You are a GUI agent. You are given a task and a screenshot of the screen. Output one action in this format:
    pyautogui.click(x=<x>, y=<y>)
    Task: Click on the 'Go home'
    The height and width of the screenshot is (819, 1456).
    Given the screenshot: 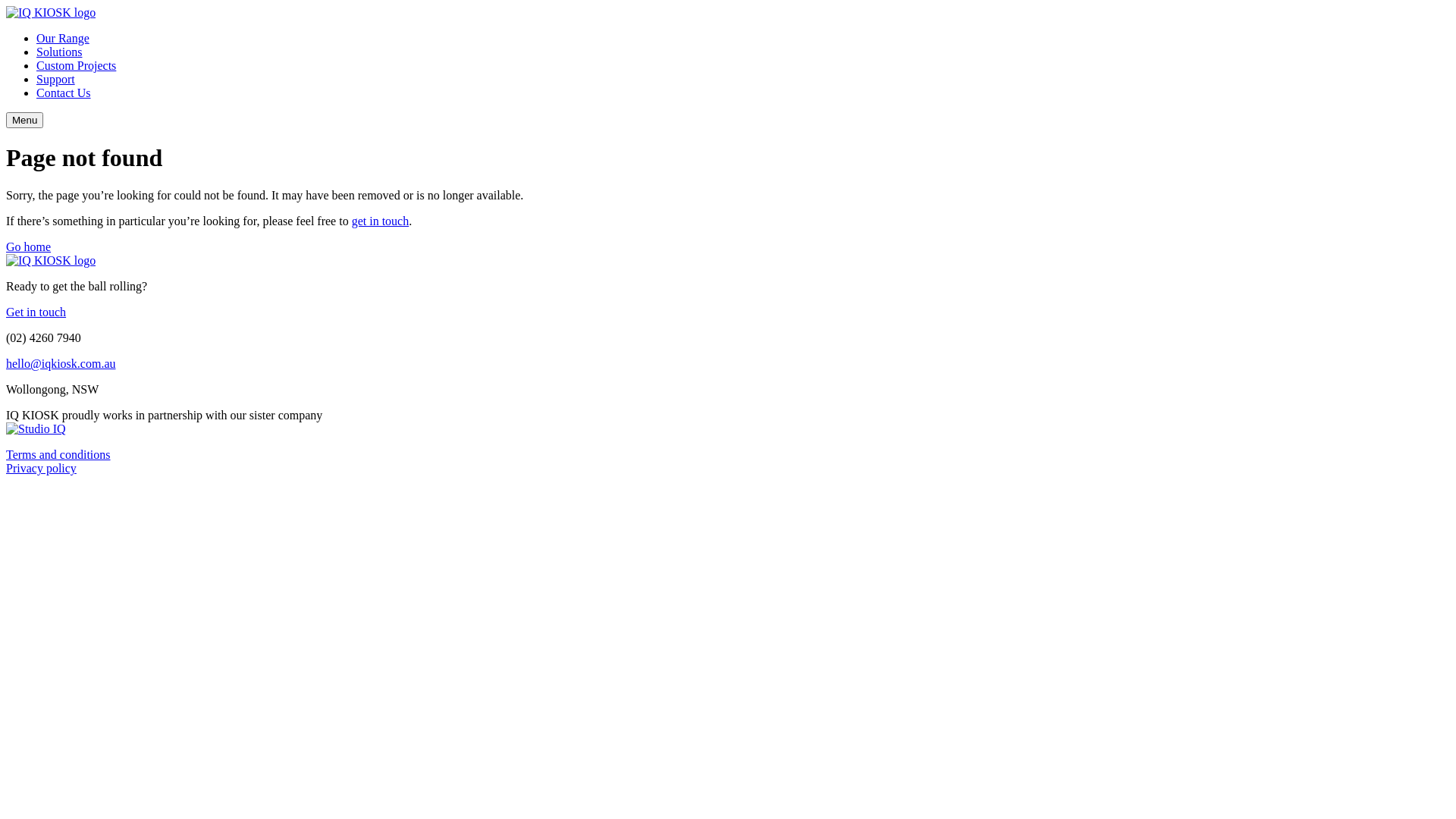 What is the action you would take?
    pyautogui.click(x=28, y=246)
    